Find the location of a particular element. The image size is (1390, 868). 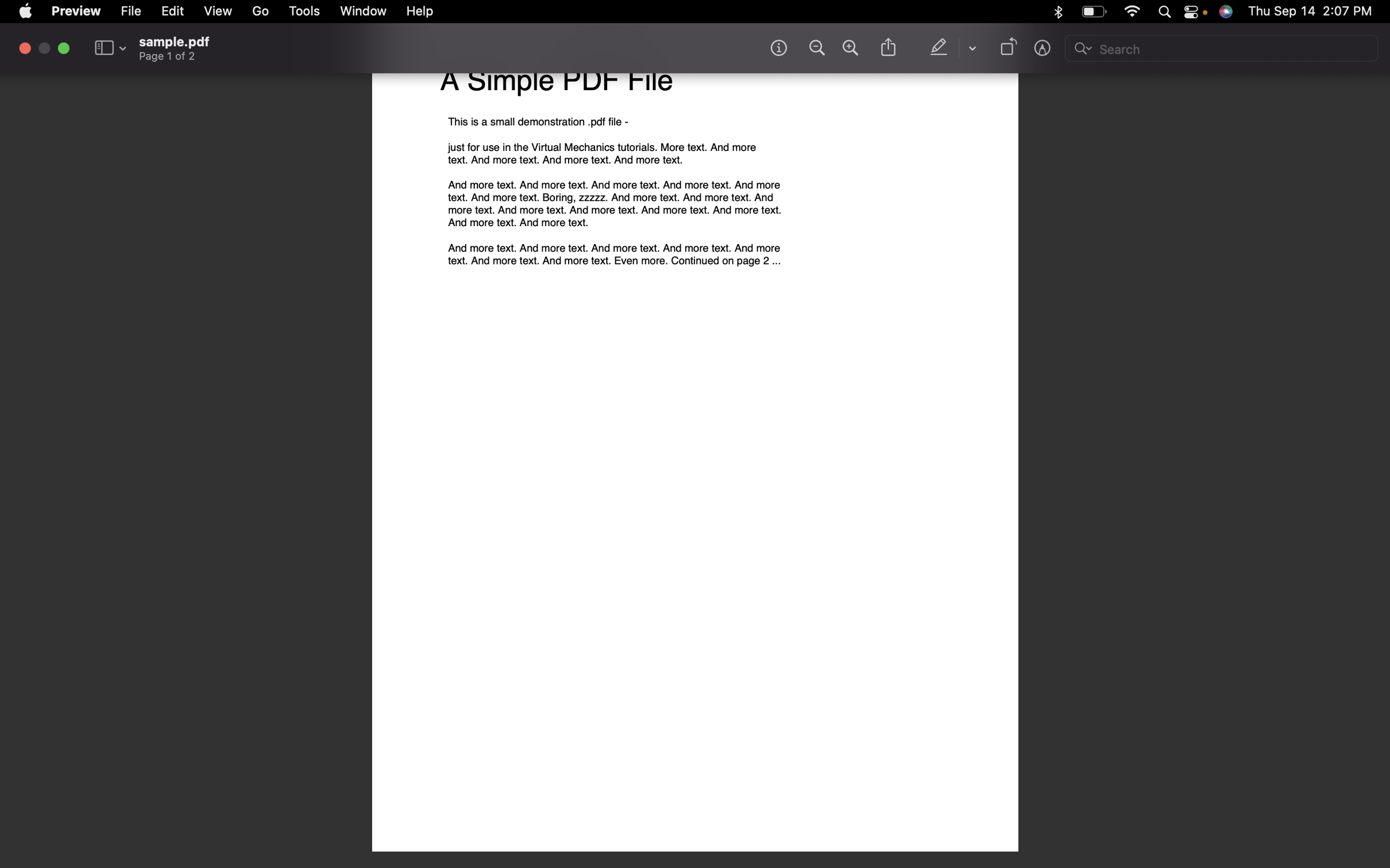

Fetch the file"s details is located at coordinates (778, 46).